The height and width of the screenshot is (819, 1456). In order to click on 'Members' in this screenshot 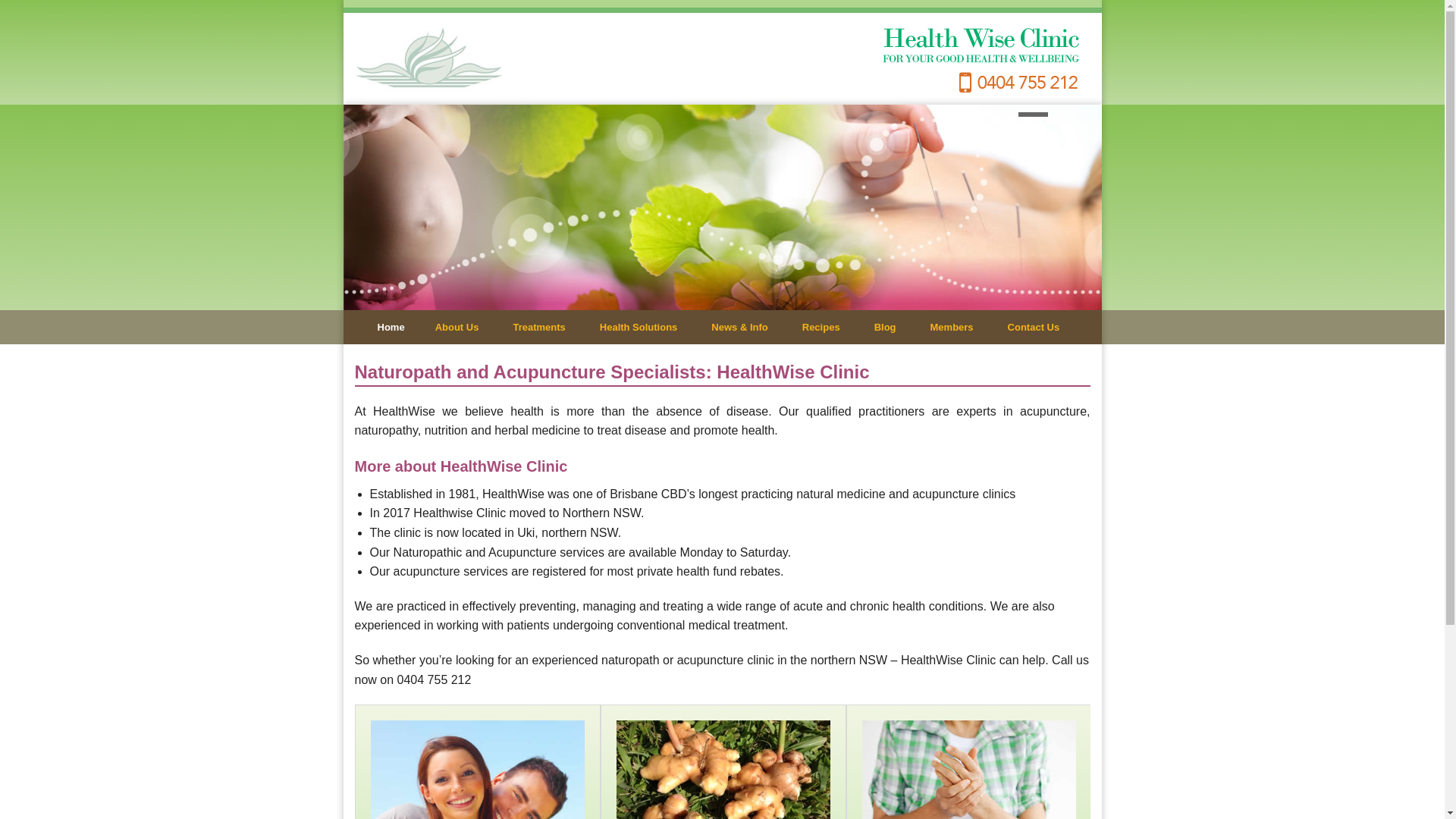, I will do `click(956, 326)`.